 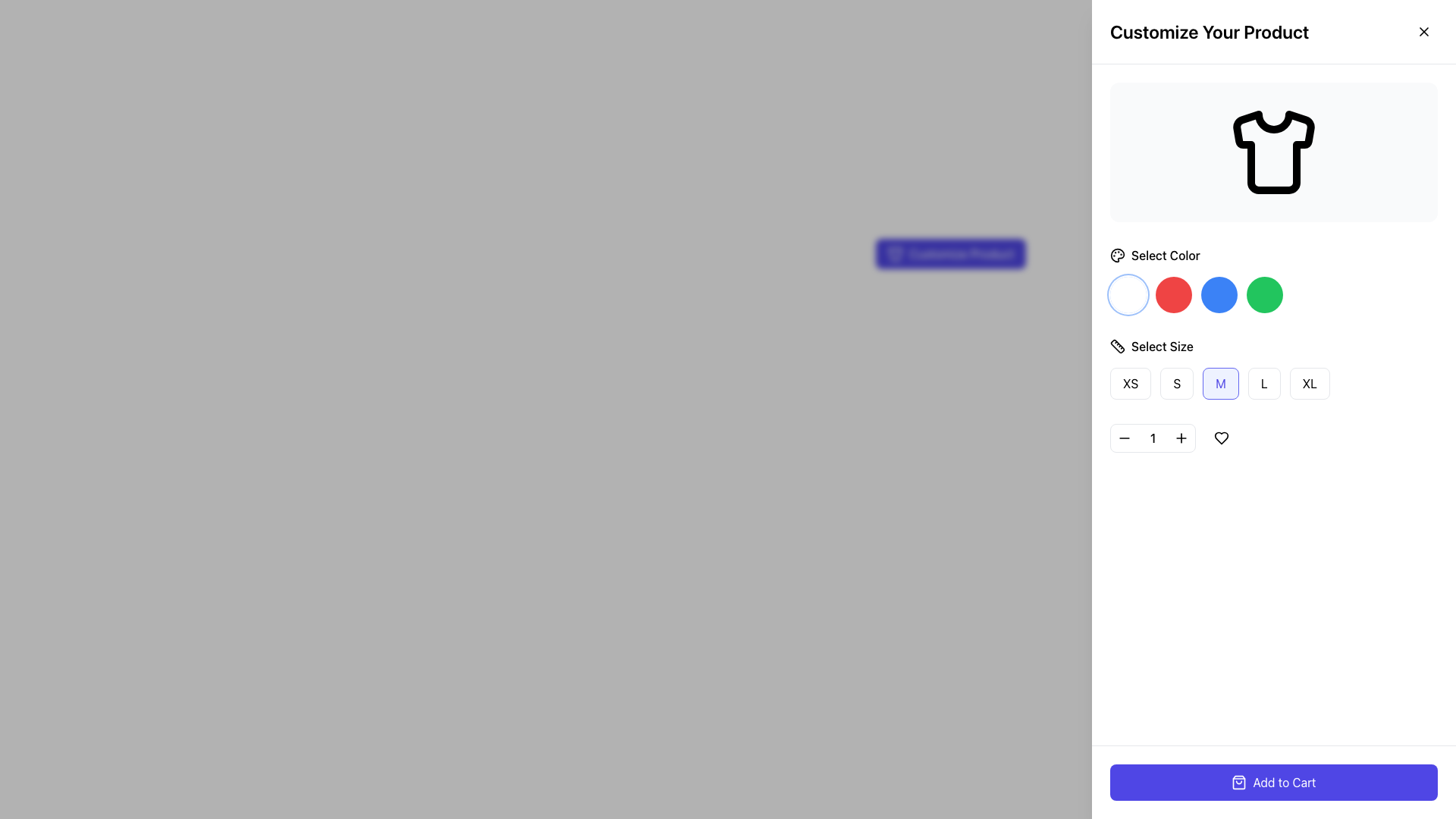 What do you see at coordinates (1423, 32) in the screenshot?
I see `the close icon located at the top-right corner of the interface near the title 'Customize Your Product'` at bounding box center [1423, 32].